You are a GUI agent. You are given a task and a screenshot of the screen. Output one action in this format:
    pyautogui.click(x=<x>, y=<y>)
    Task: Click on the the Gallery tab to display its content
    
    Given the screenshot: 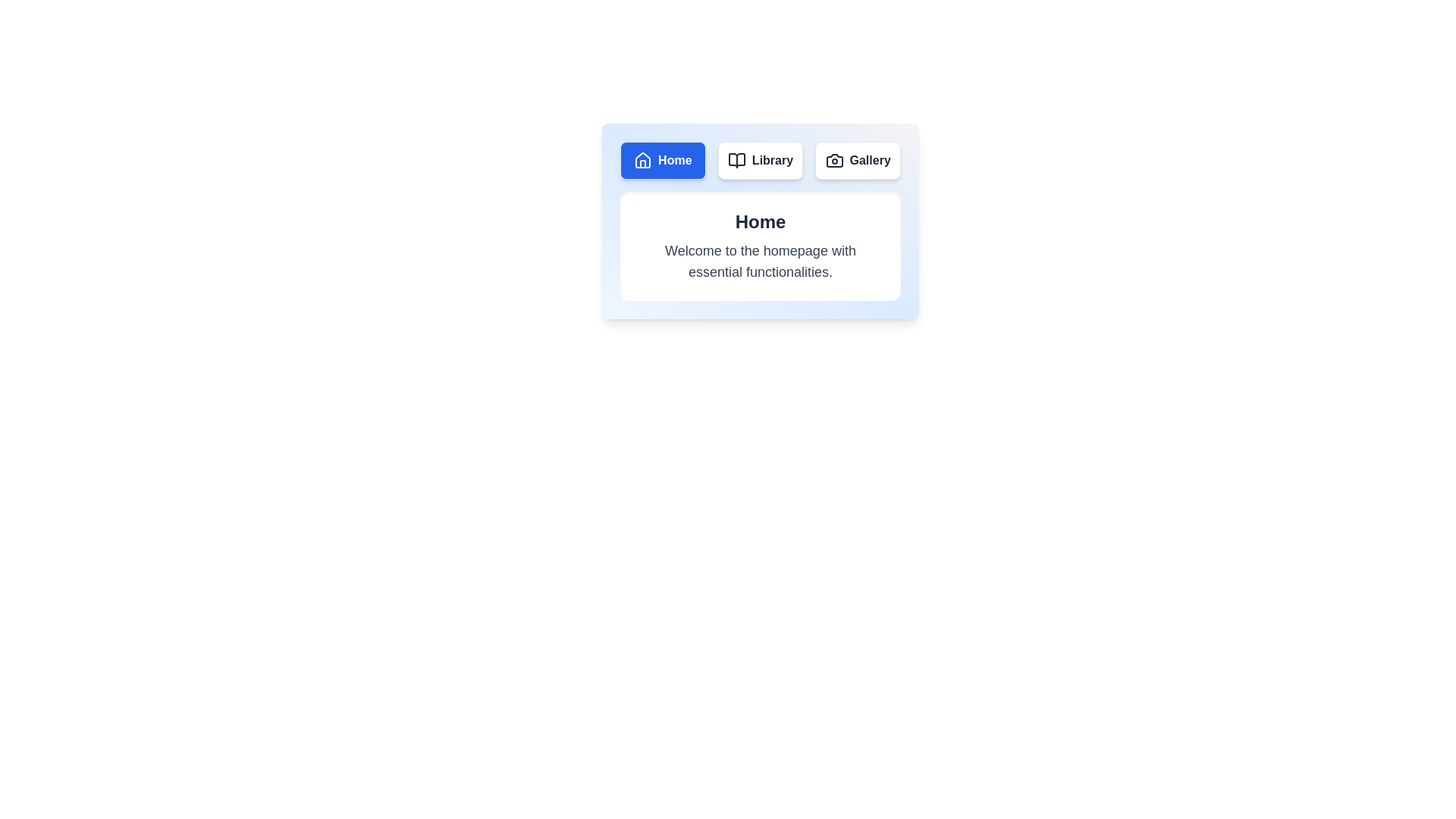 What is the action you would take?
    pyautogui.click(x=858, y=161)
    